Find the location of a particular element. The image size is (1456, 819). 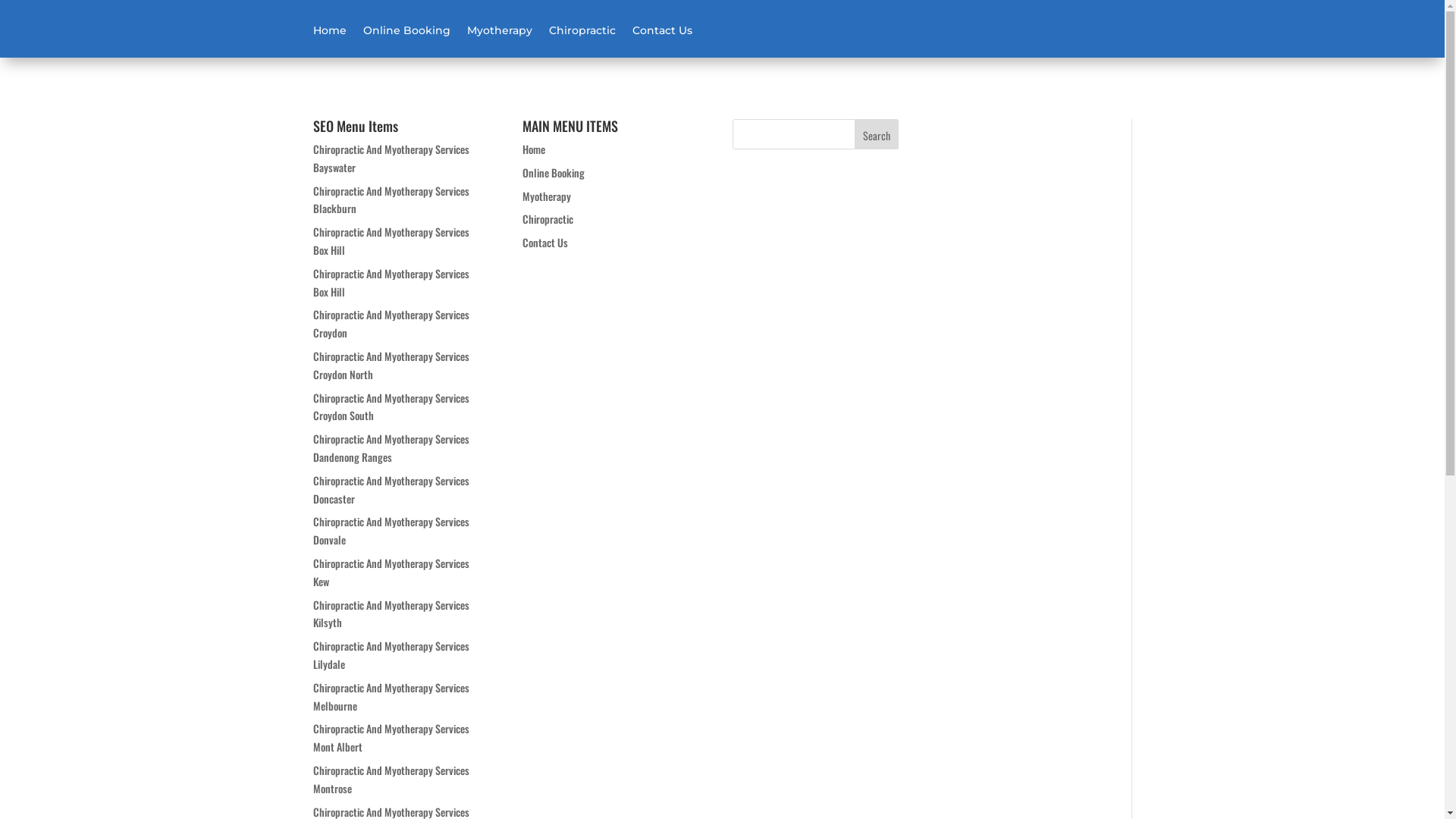

'Chiropractic And Myotherapy Services Bayswater' is located at coordinates (312, 158).